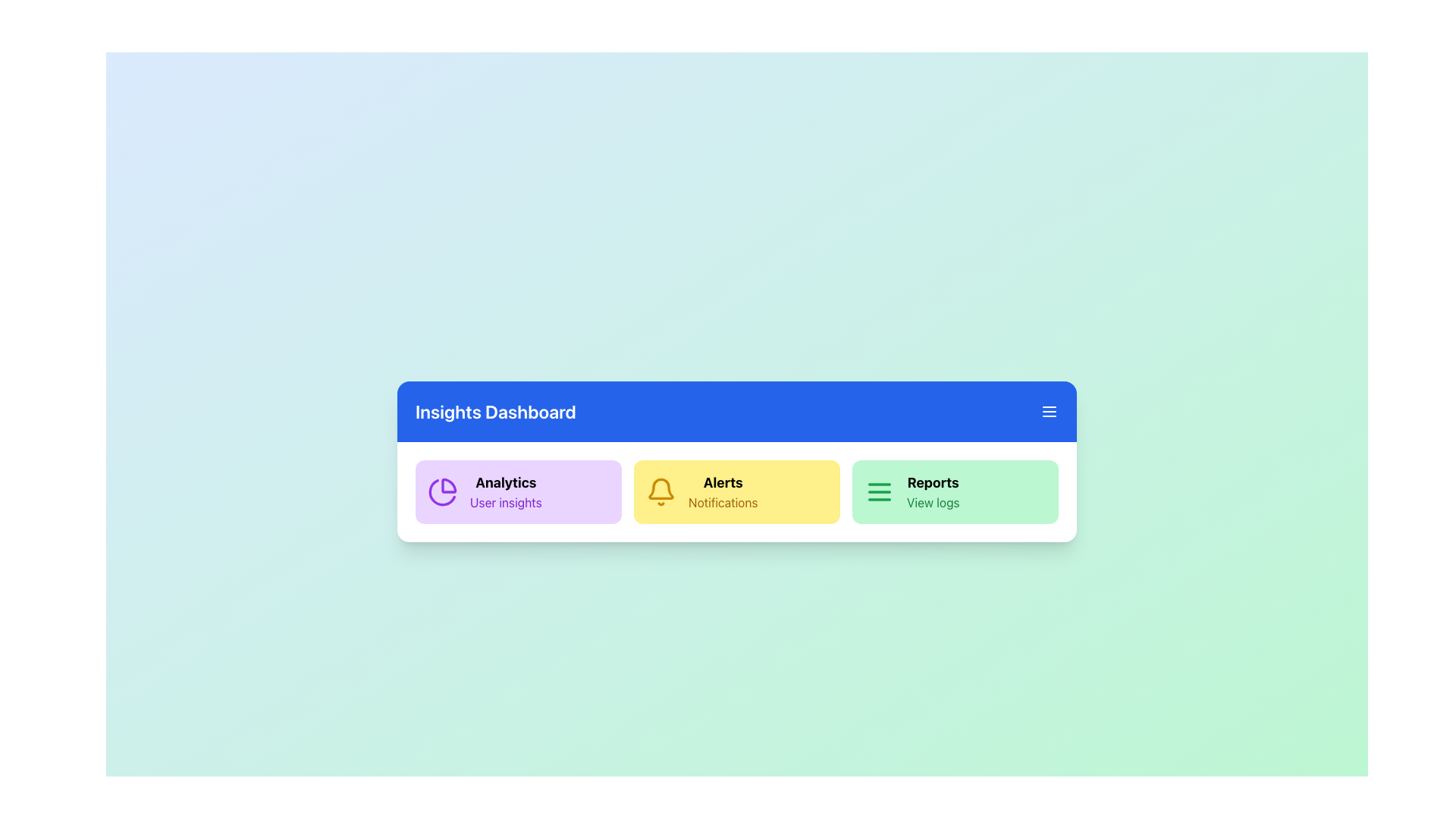  I want to click on the Text label that serves as a description for the Alerts section, located below the 'Alerts' label on a yellowish background under the bell icon, so click(722, 503).